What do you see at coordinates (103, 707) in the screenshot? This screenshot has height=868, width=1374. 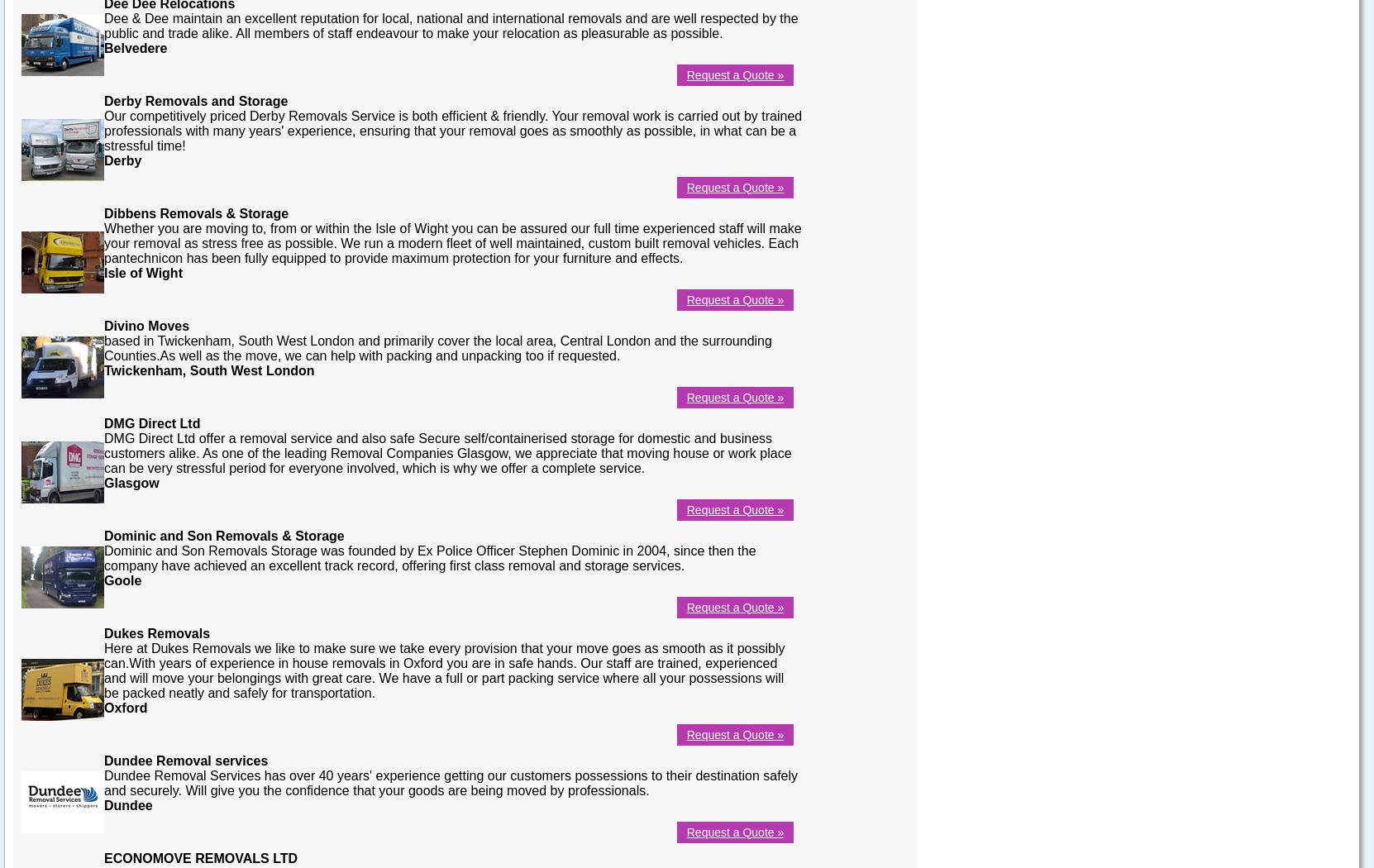 I see `'Oxford'` at bounding box center [103, 707].